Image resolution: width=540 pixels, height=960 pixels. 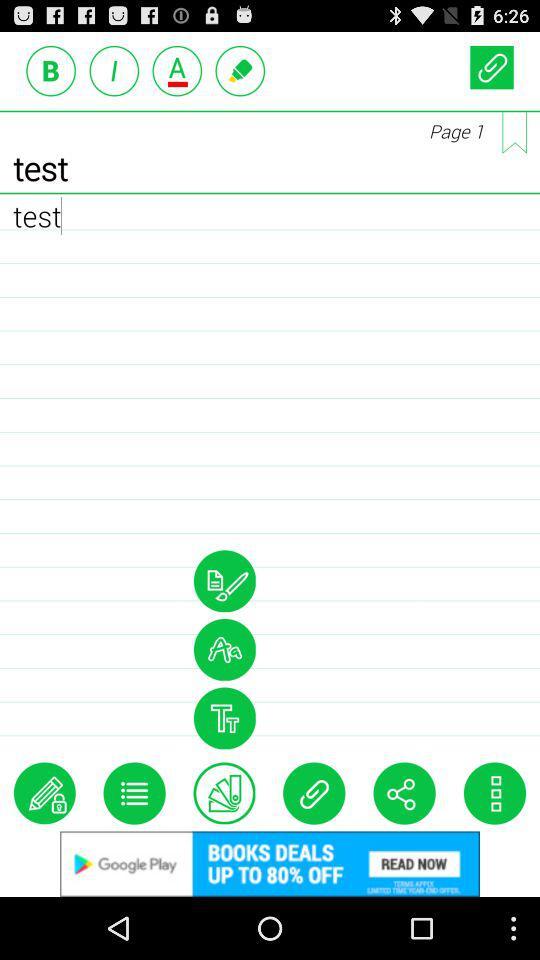 I want to click on the edit icon, so click(x=44, y=848).